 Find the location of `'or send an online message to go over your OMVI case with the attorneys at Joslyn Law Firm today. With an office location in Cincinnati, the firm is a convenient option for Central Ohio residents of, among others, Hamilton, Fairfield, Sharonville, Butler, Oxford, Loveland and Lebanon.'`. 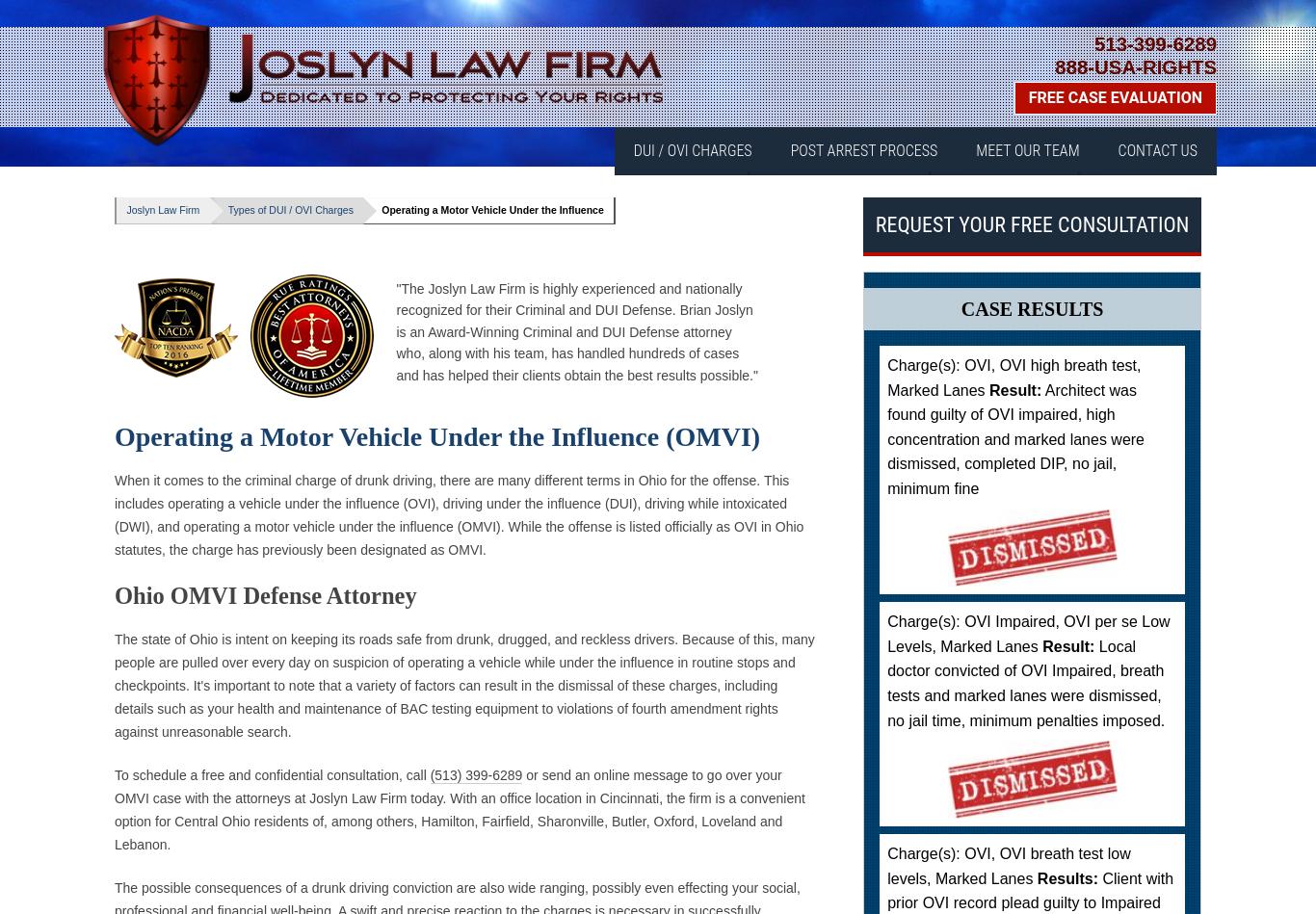

'or send an online message to go over your OMVI case with the attorneys at Joslyn Law Firm today. With an office location in Cincinnati, the firm is a convenient option for Central Ohio residents of, among others, Hamilton, Fairfield, Sharonville, Butler, Oxford, Loveland and Lebanon.' is located at coordinates (460, 808).